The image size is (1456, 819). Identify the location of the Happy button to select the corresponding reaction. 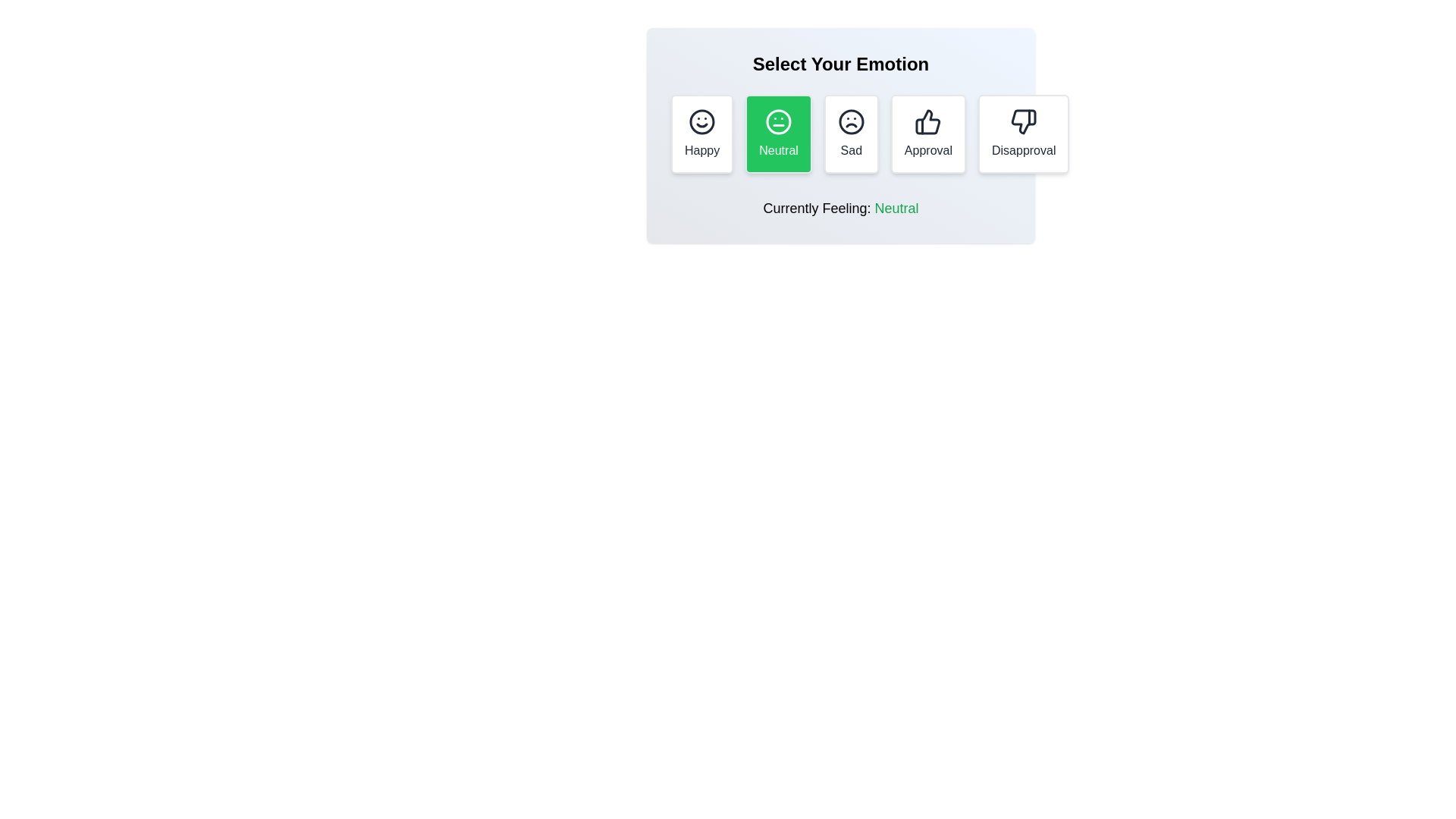
(701, 133).